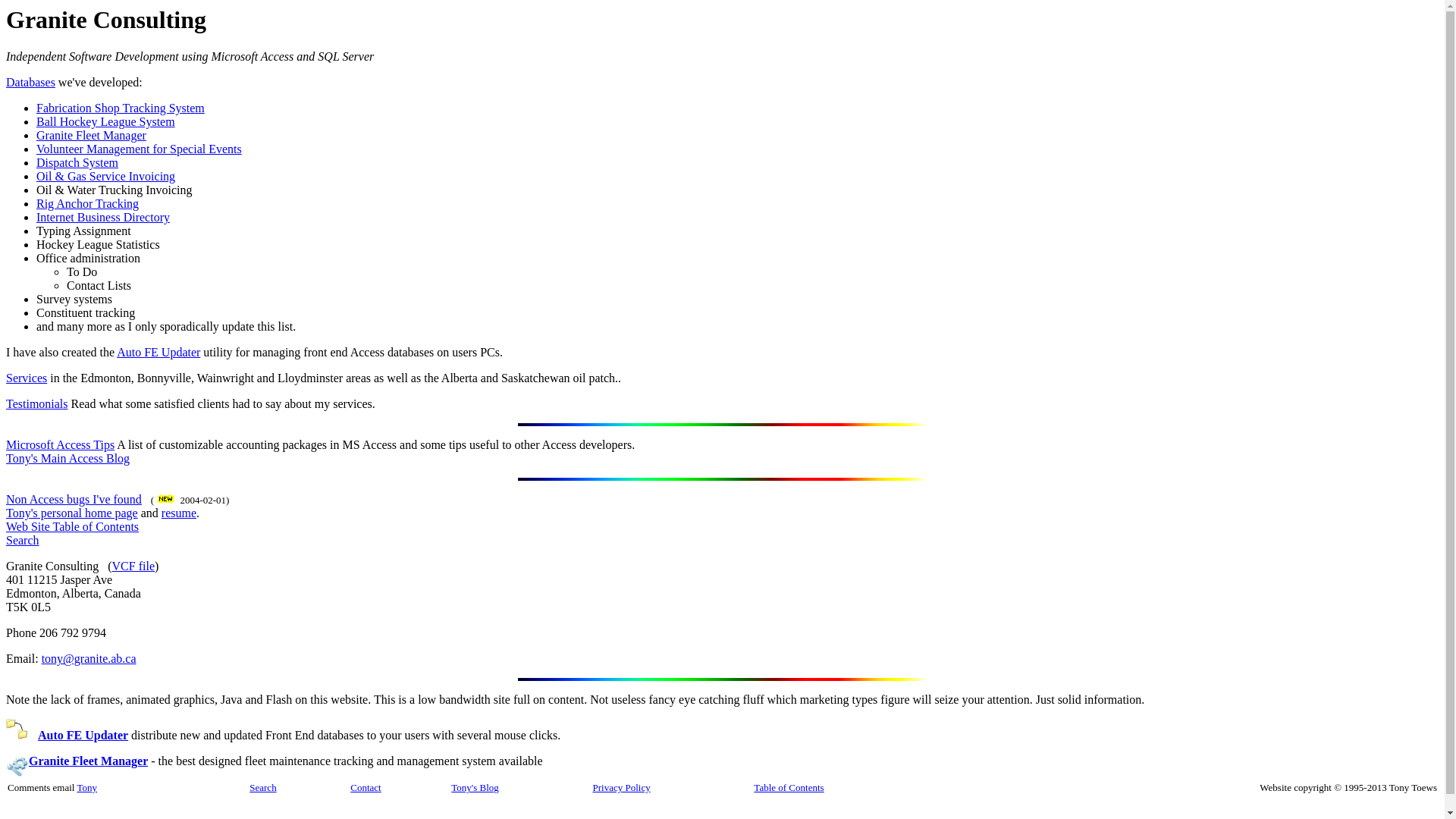 The image size is (1456, 819). What do you see at coordinates (36, 403) in the screenshot?
I see `'Testimonials'` at bounding box center [36, 403].